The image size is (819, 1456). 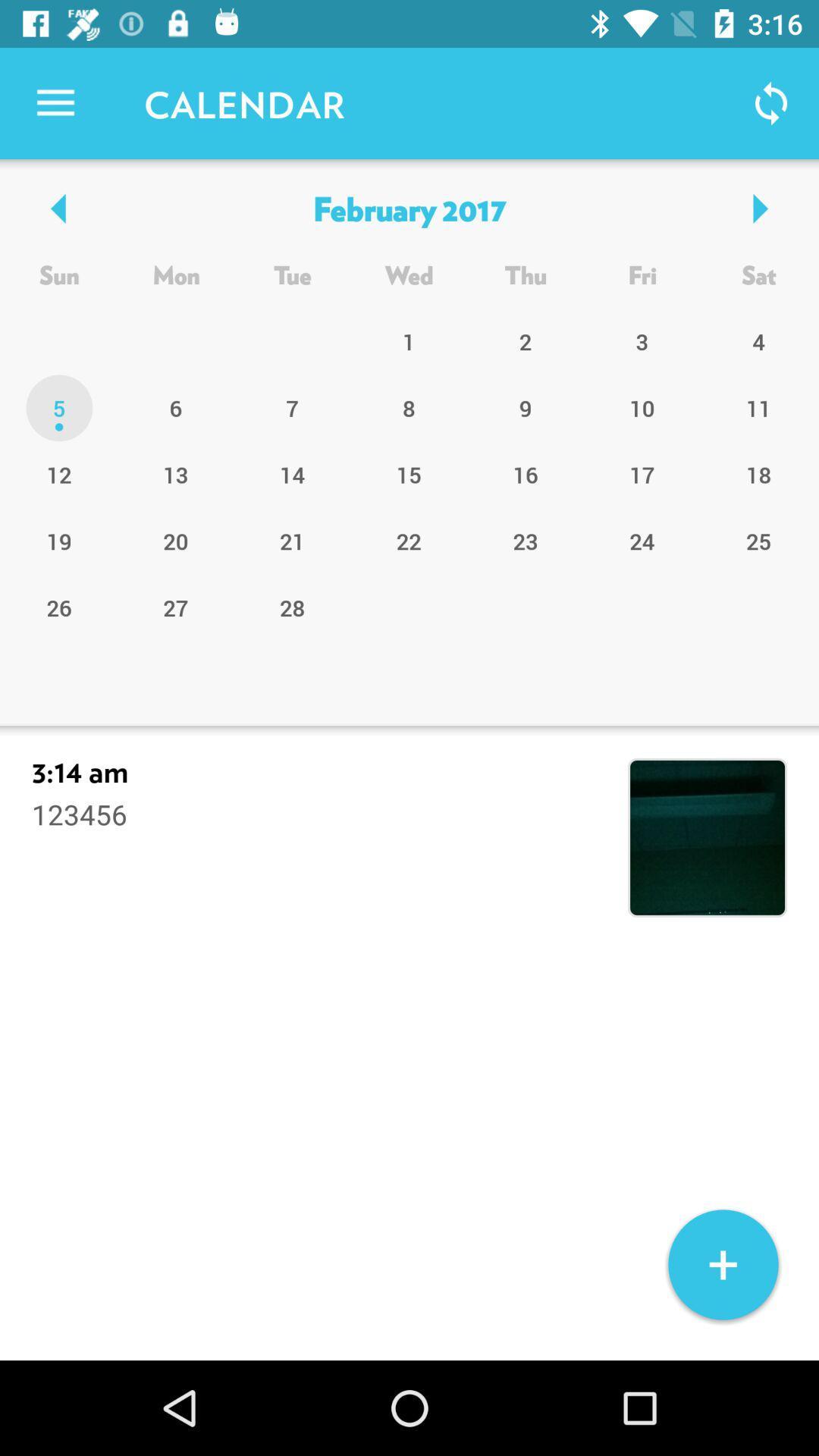 I want to click on the arrow_backward icon, so click(x=58, y=207).